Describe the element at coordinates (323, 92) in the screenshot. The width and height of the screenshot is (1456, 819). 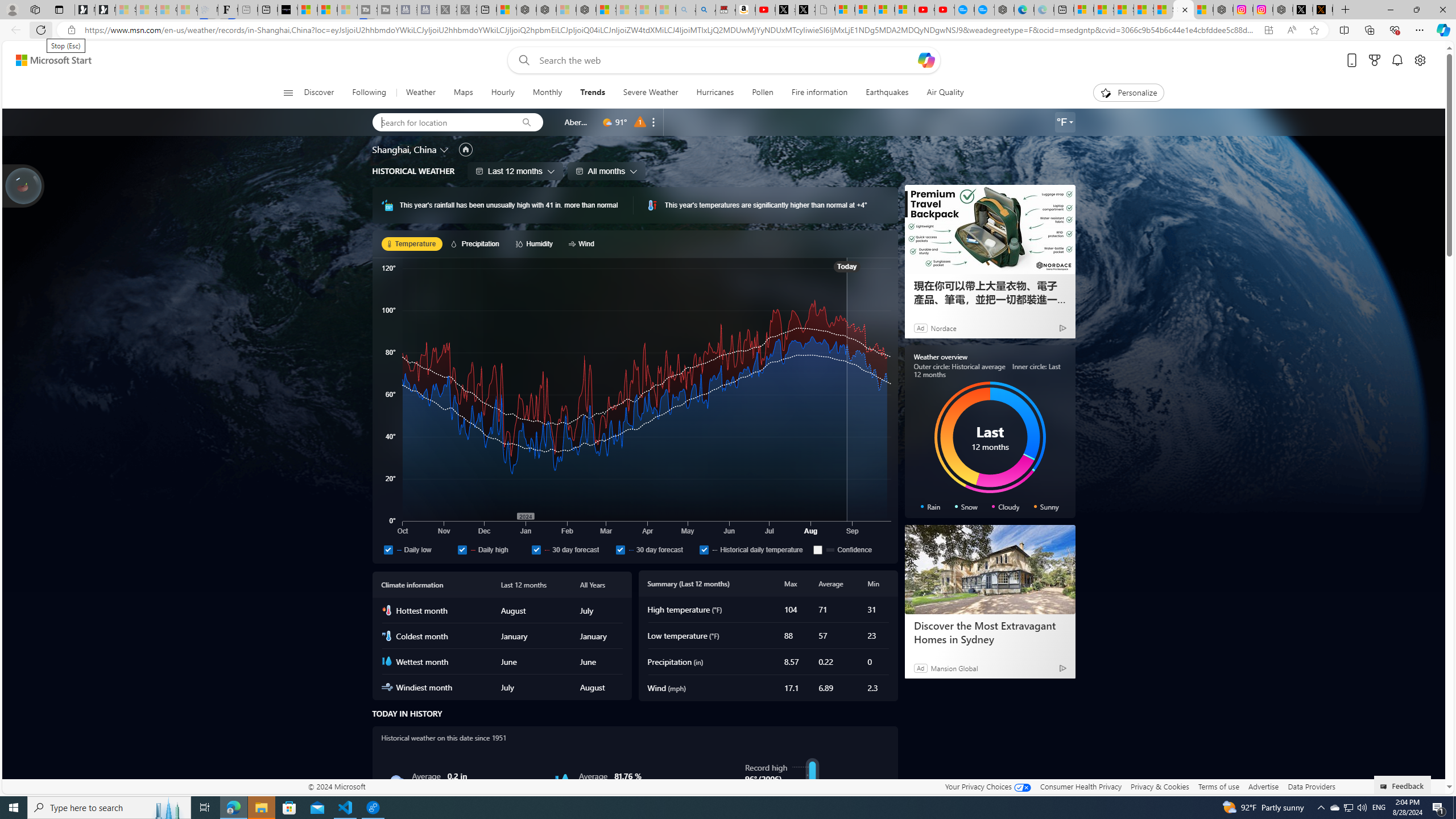
I see `'Discover'` at that location.